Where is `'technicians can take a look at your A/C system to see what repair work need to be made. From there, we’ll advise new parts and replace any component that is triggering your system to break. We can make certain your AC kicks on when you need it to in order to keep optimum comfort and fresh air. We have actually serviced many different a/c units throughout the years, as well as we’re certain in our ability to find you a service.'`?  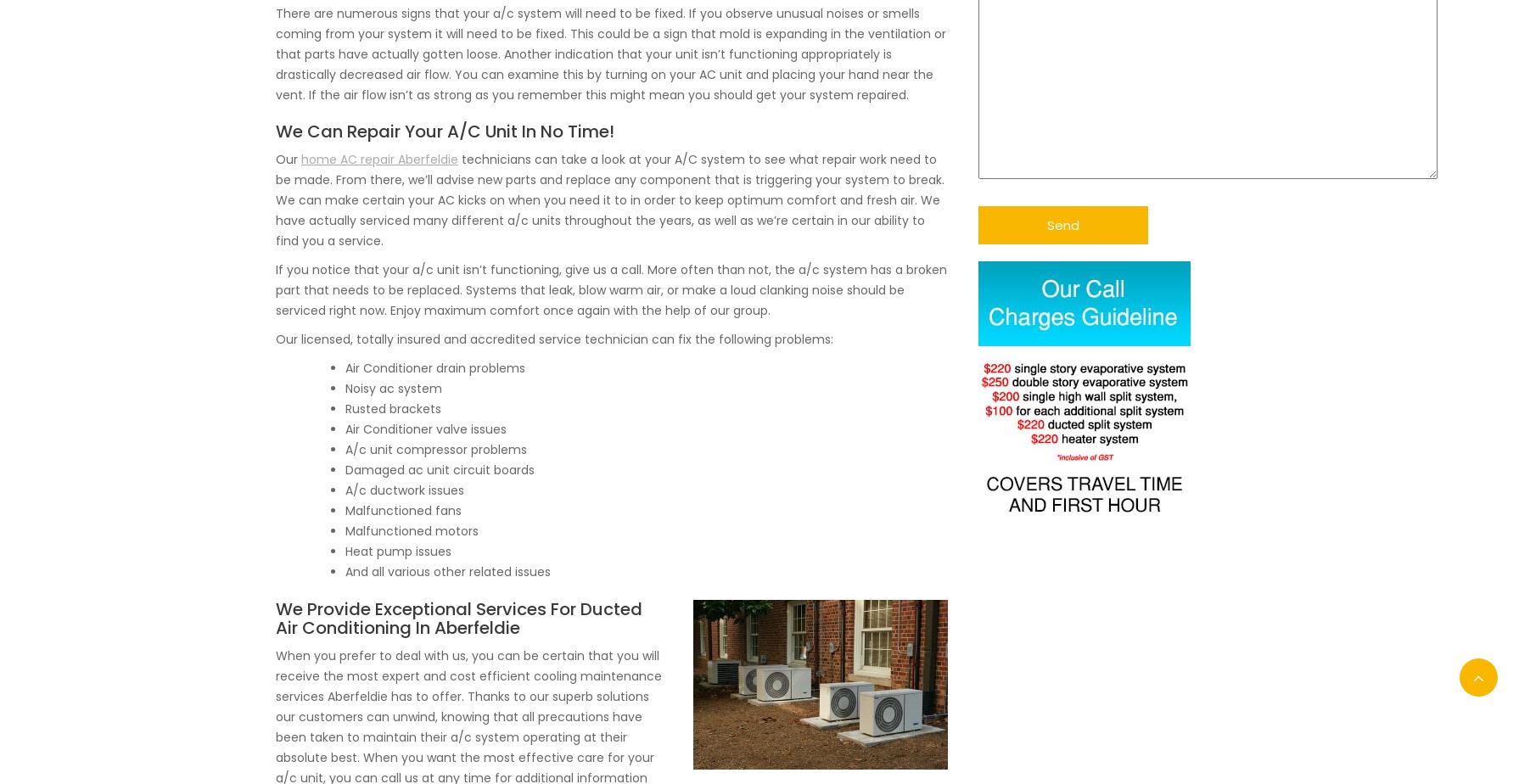
'technicians can take a look at your A/C system to see what repair work need to be made. From there, we’ll advise new parts and replace any component that is triggering your system to break. We can make certain your AC kicks on when you need it to in order to keep optimum comfort and fresh air. We have actually serviced many different a/c units throughout the years, as well as we’re certain in our ability to find you a service.' is located at coordinates (609, 198).